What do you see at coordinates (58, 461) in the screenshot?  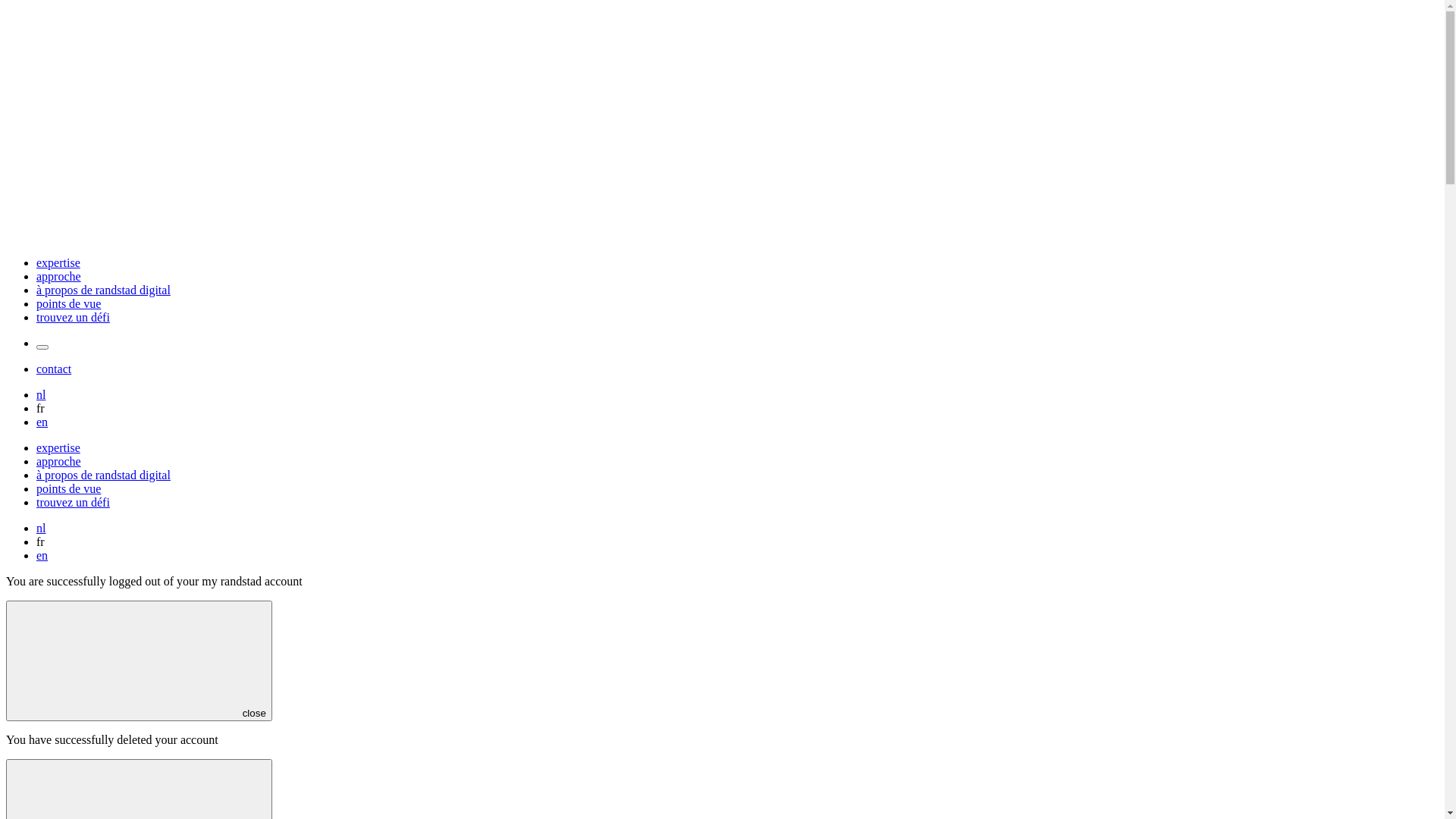 I see `'approche'` at bounding box center [58, 461].